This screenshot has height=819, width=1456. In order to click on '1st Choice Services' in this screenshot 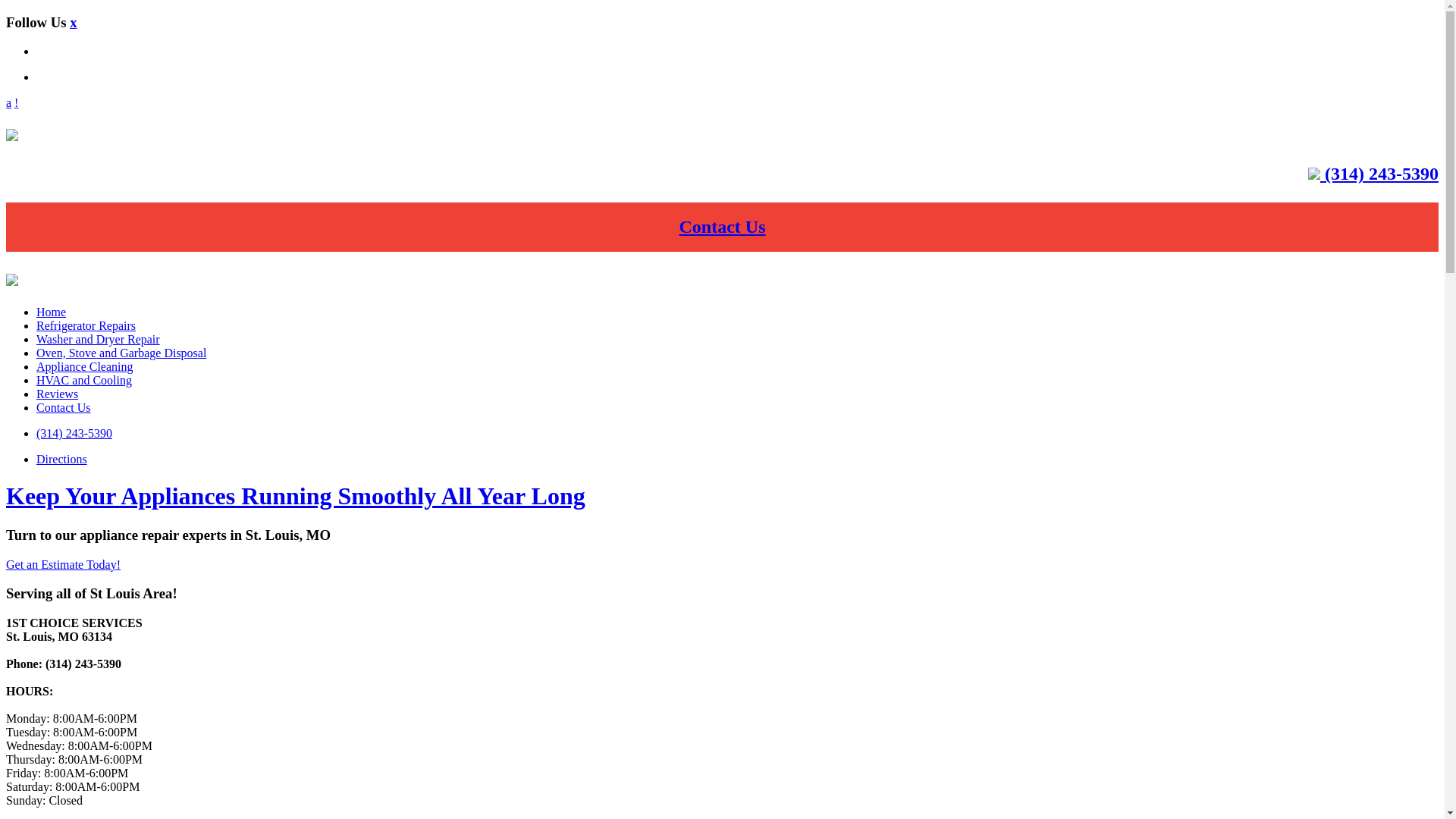, I will do `click(11, 280)`.